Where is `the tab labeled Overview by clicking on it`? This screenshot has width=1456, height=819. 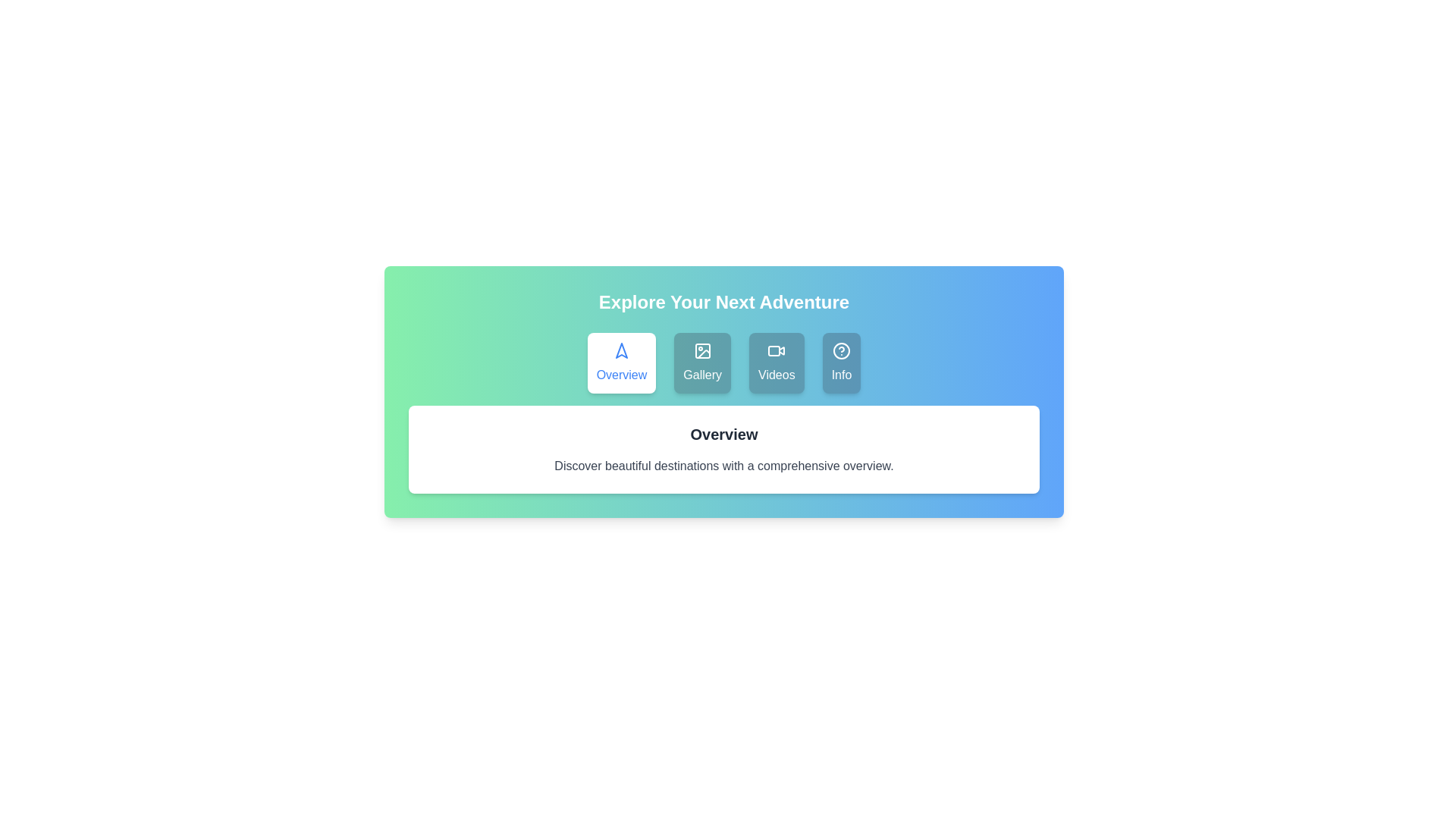 the tab labeled Overview by clicking on it is located at coordinates (622, 362).